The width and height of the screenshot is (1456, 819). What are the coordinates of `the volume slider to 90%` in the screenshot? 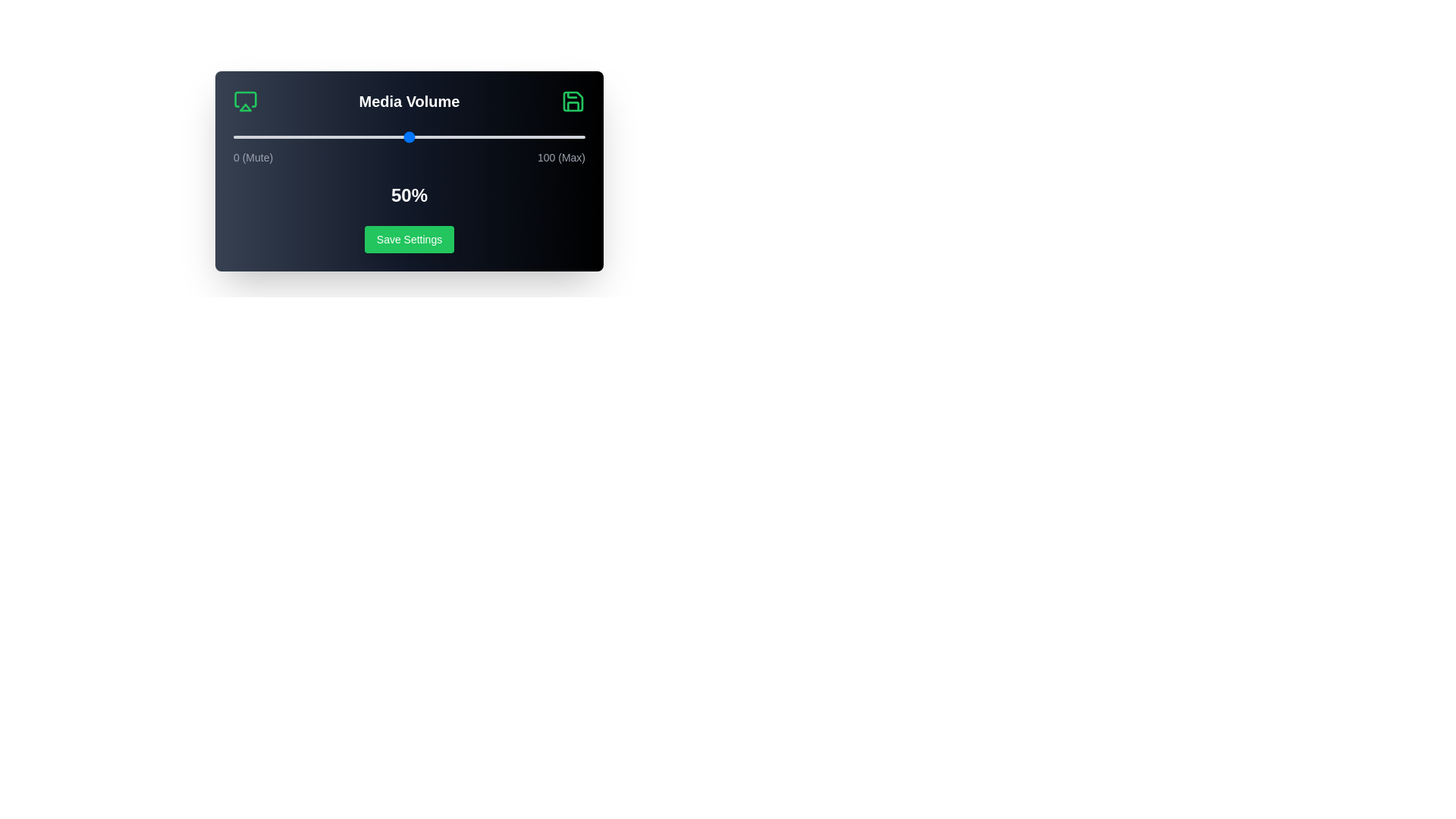 It's located at (549, 137).